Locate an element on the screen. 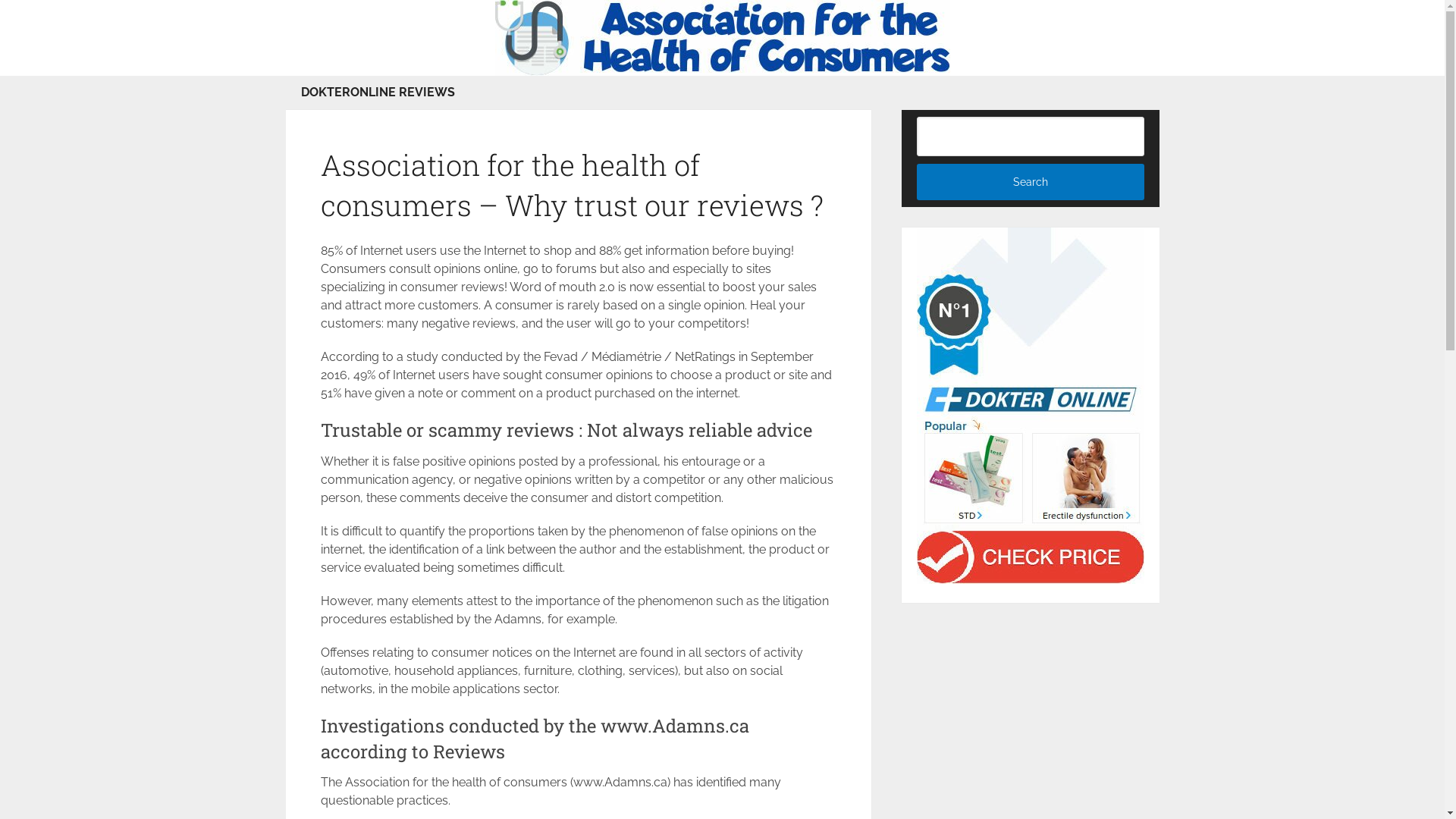  'DOKTERONLINE REVIEWS' is located at coordinates (377, 93).